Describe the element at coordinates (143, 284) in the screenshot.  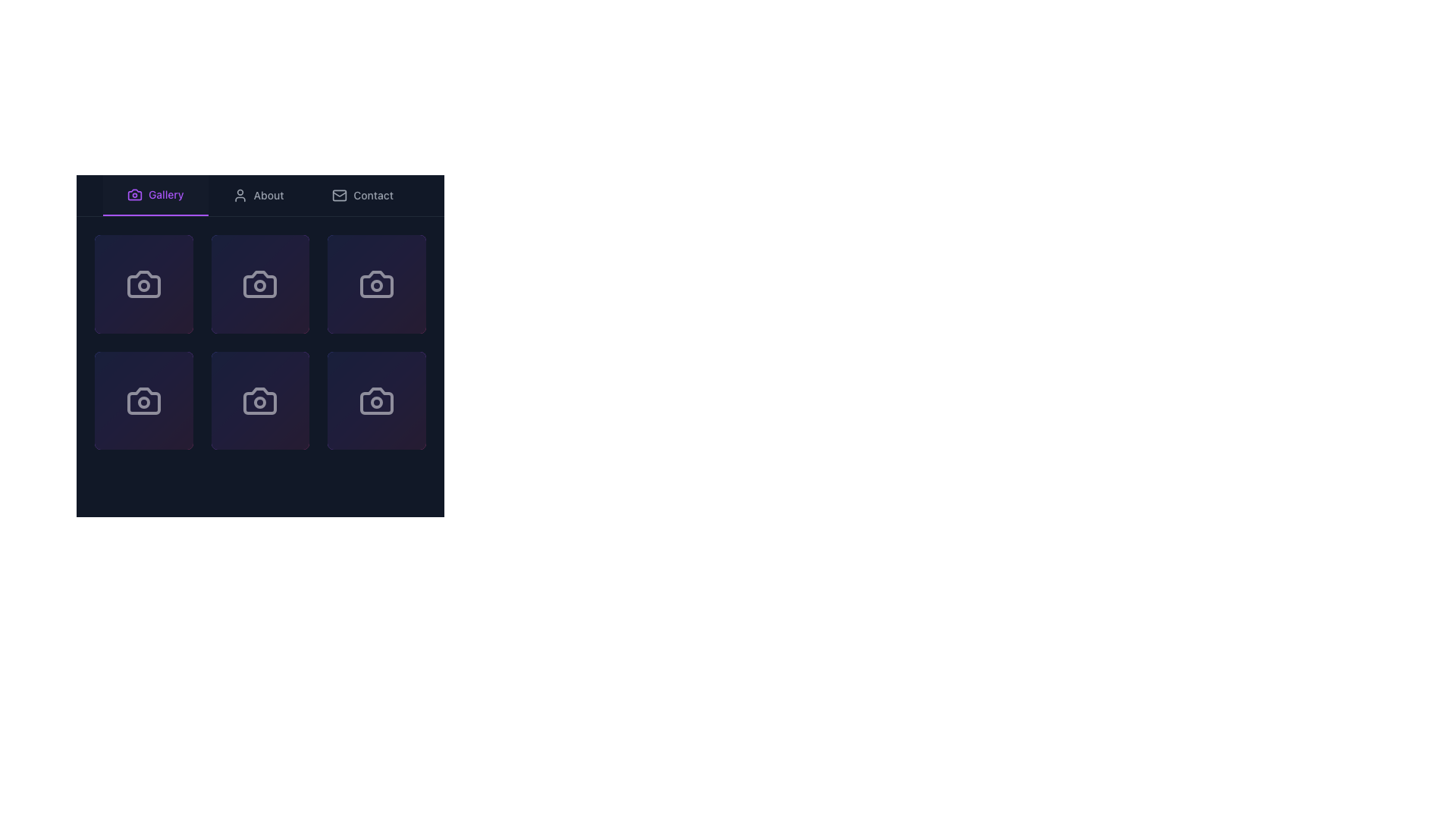
I see `the button or icon element located in the top-left of the grid under the 'Gallery' navigation item` at that location.